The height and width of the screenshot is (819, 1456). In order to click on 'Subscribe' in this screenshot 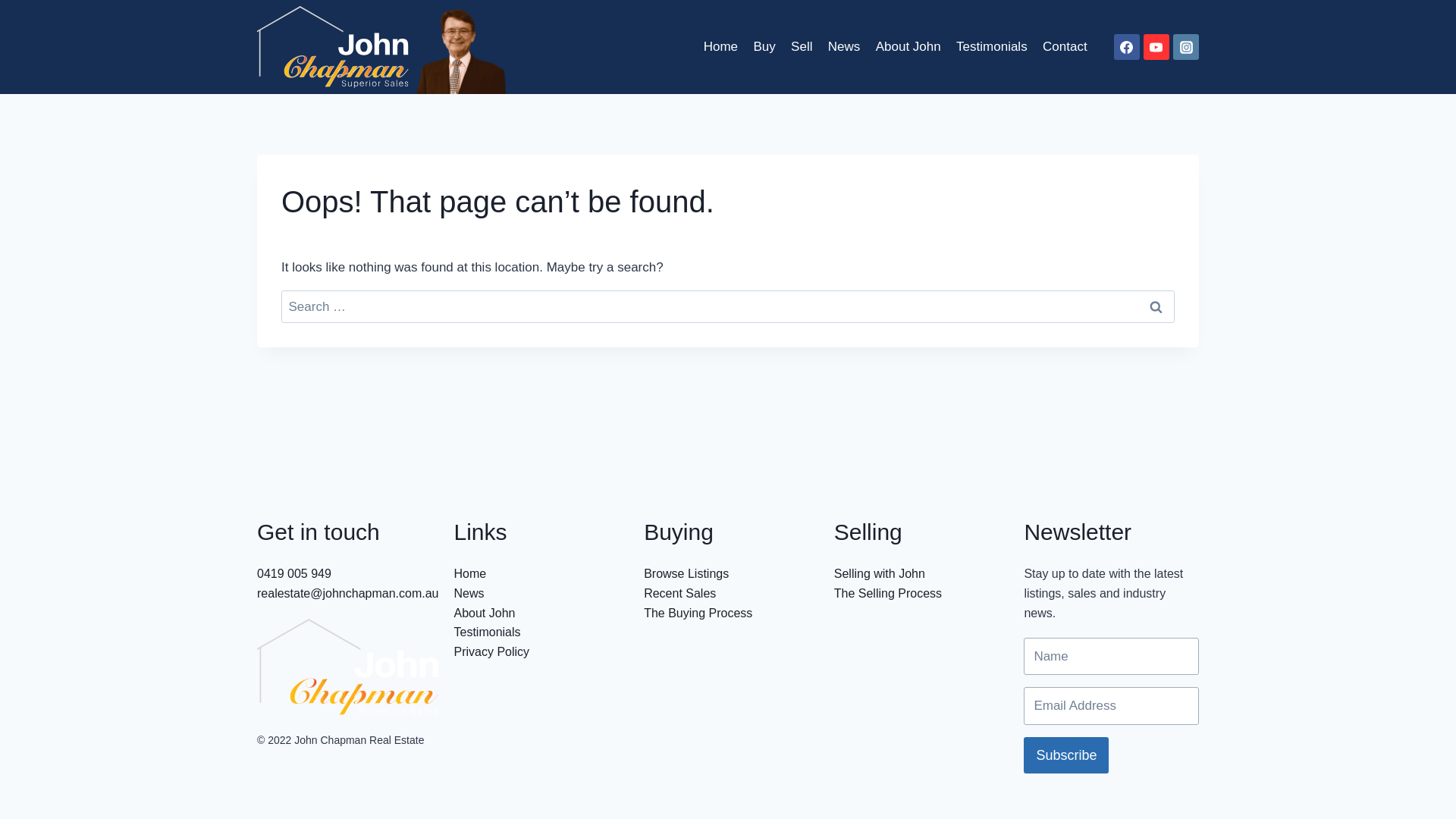, I will do `click(1065, 755)`.